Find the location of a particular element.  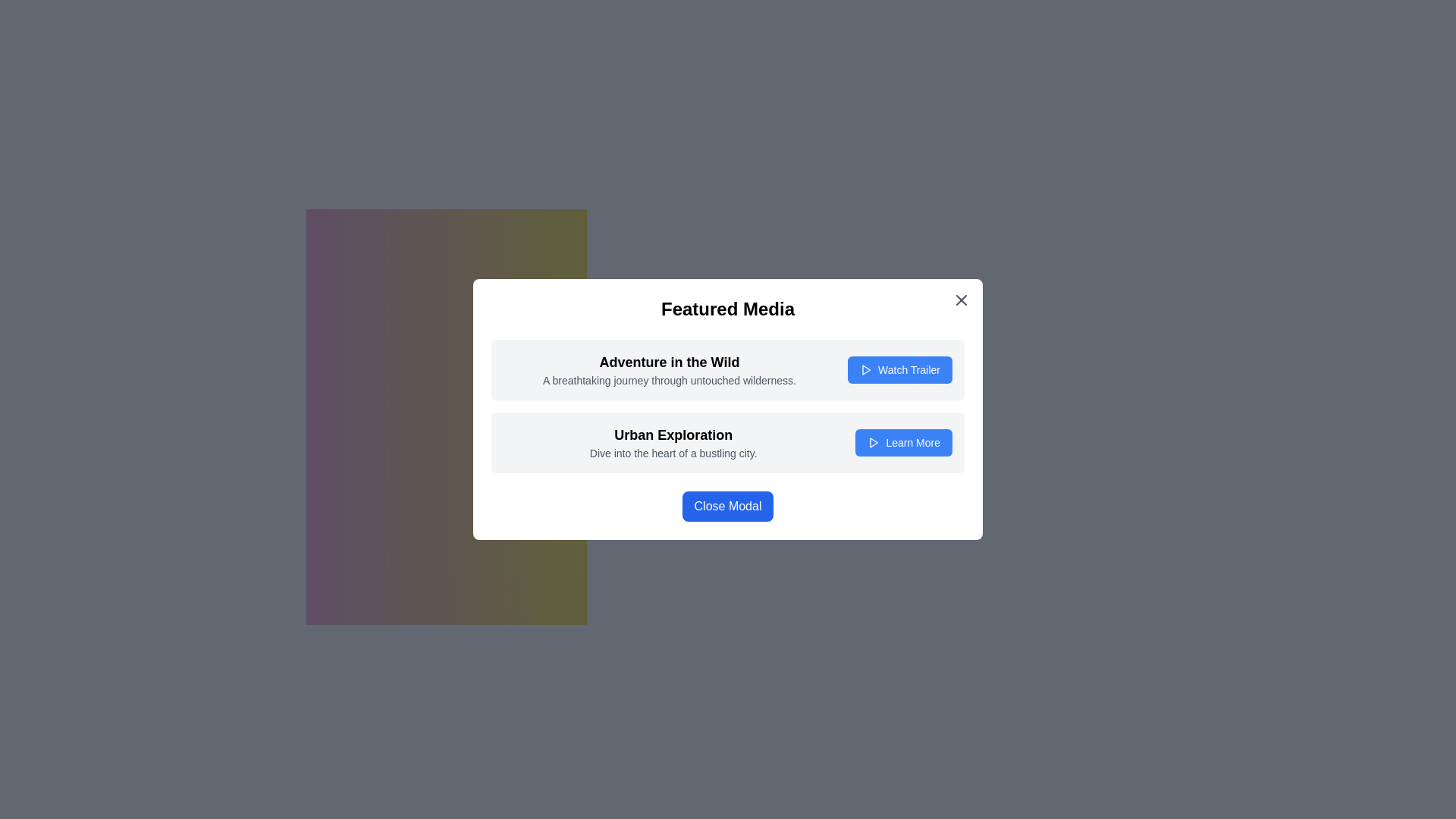

text in the title and description area of the modal dialog box titled 'Featured Media', located in the upper section of the modal, specifically in the first slot of a list-like structure is located at coordinates (669, 370).